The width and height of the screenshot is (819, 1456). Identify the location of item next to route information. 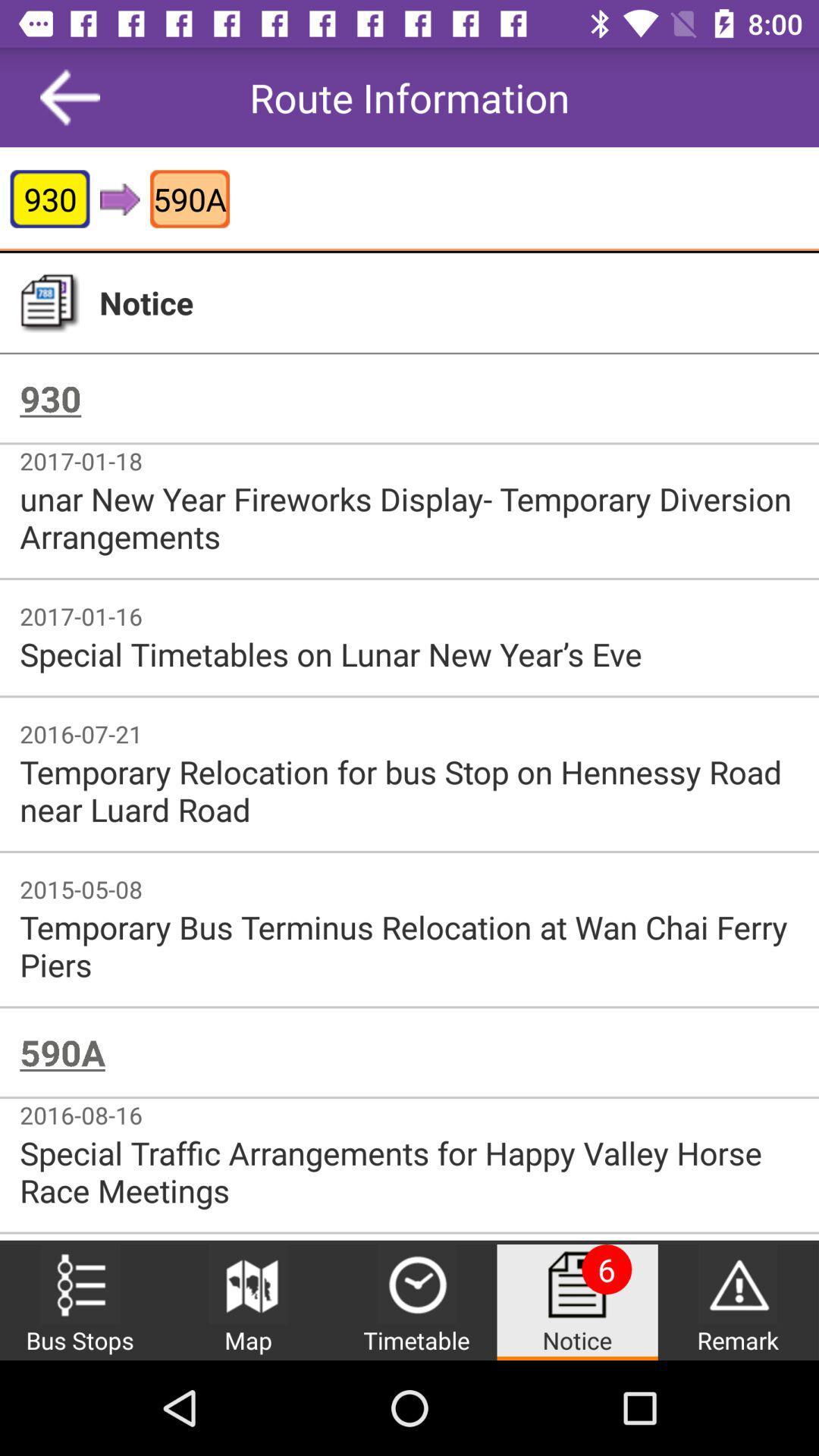
(70, 96).